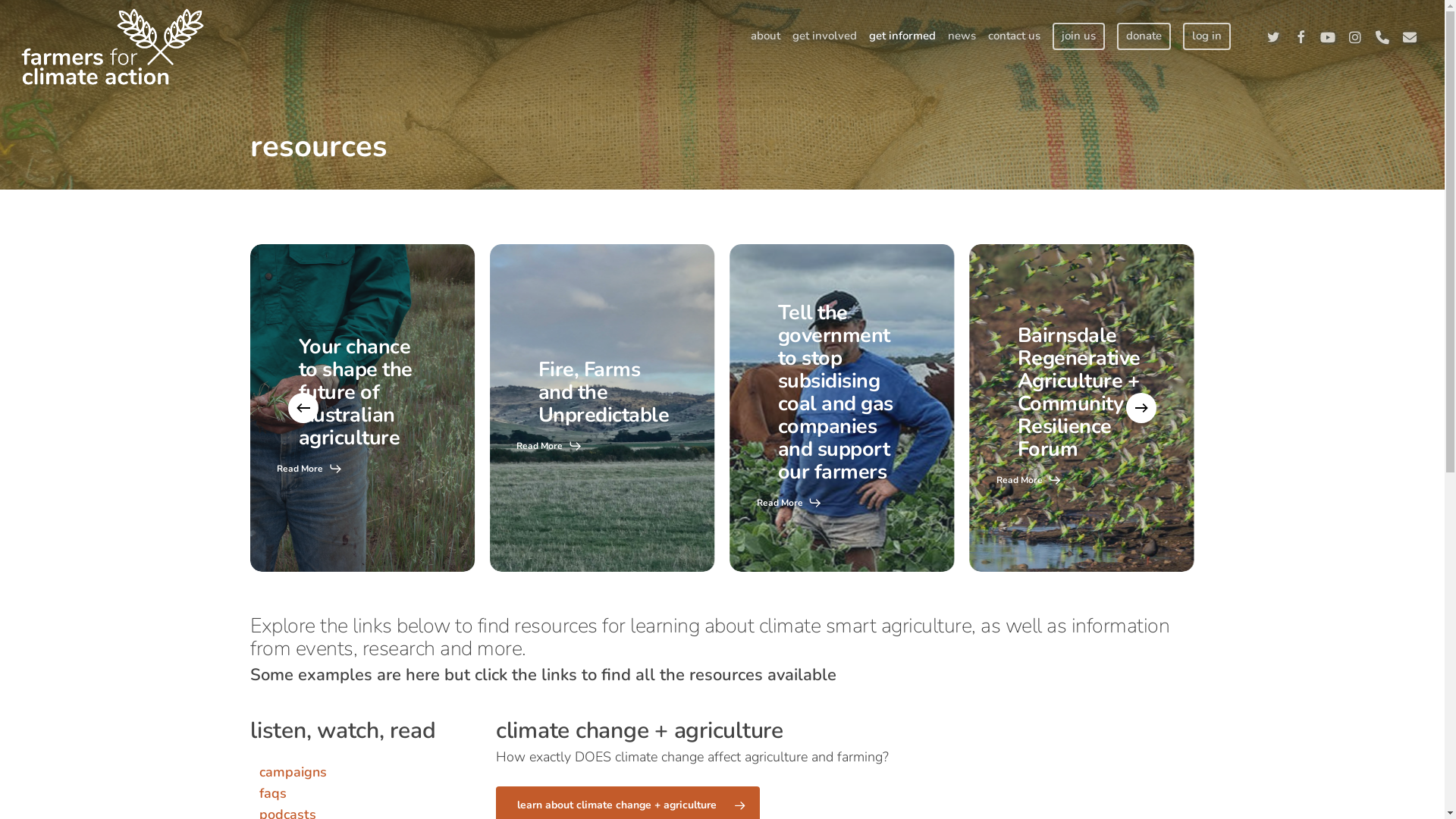  I want to click on 'campaigns', so click(293, 772).